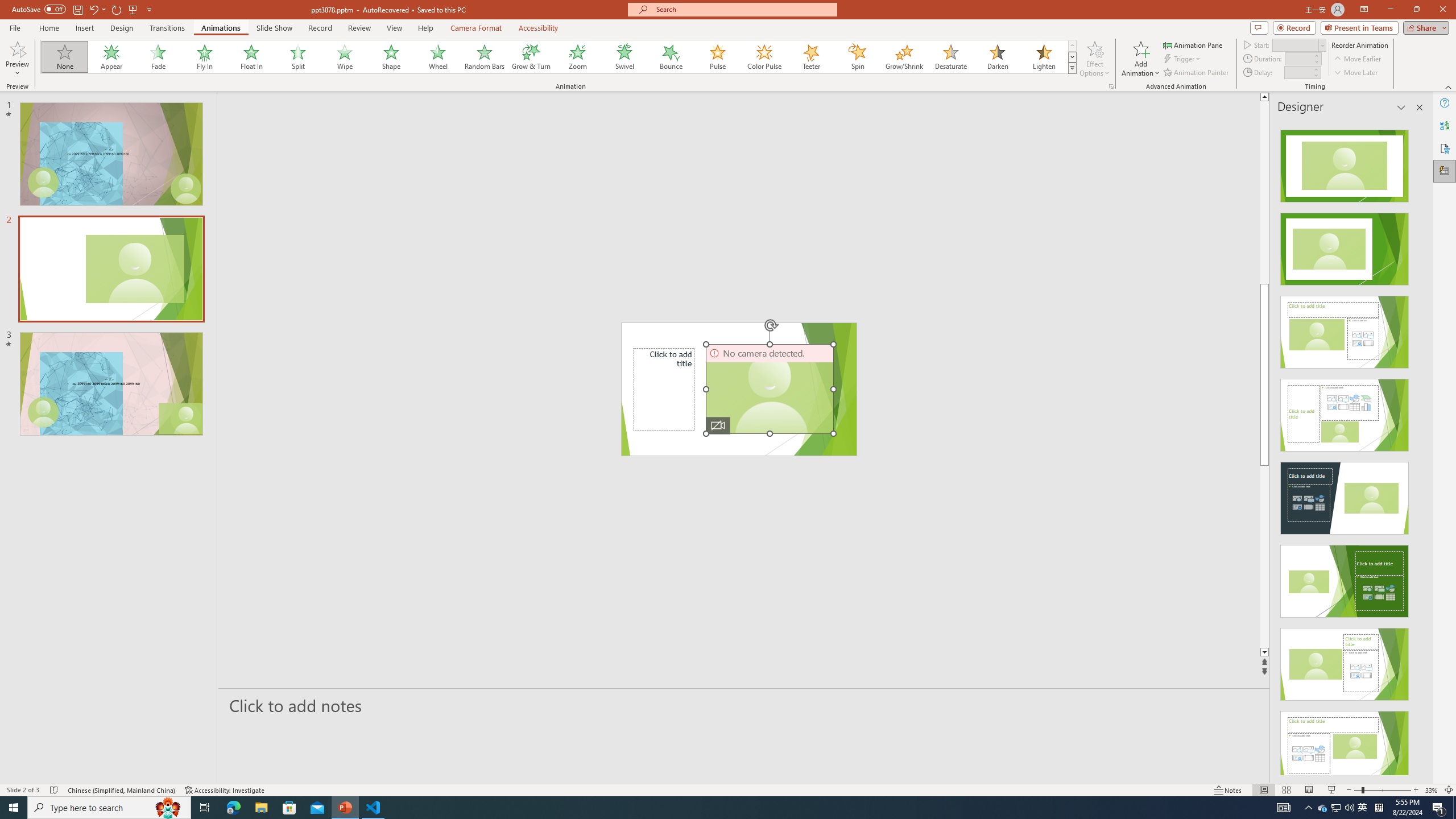 Image resolution: width=1456 pixels, height=819 pixels. I want to click on 'AutomationID: AnimationGallery', so click(559, 56).